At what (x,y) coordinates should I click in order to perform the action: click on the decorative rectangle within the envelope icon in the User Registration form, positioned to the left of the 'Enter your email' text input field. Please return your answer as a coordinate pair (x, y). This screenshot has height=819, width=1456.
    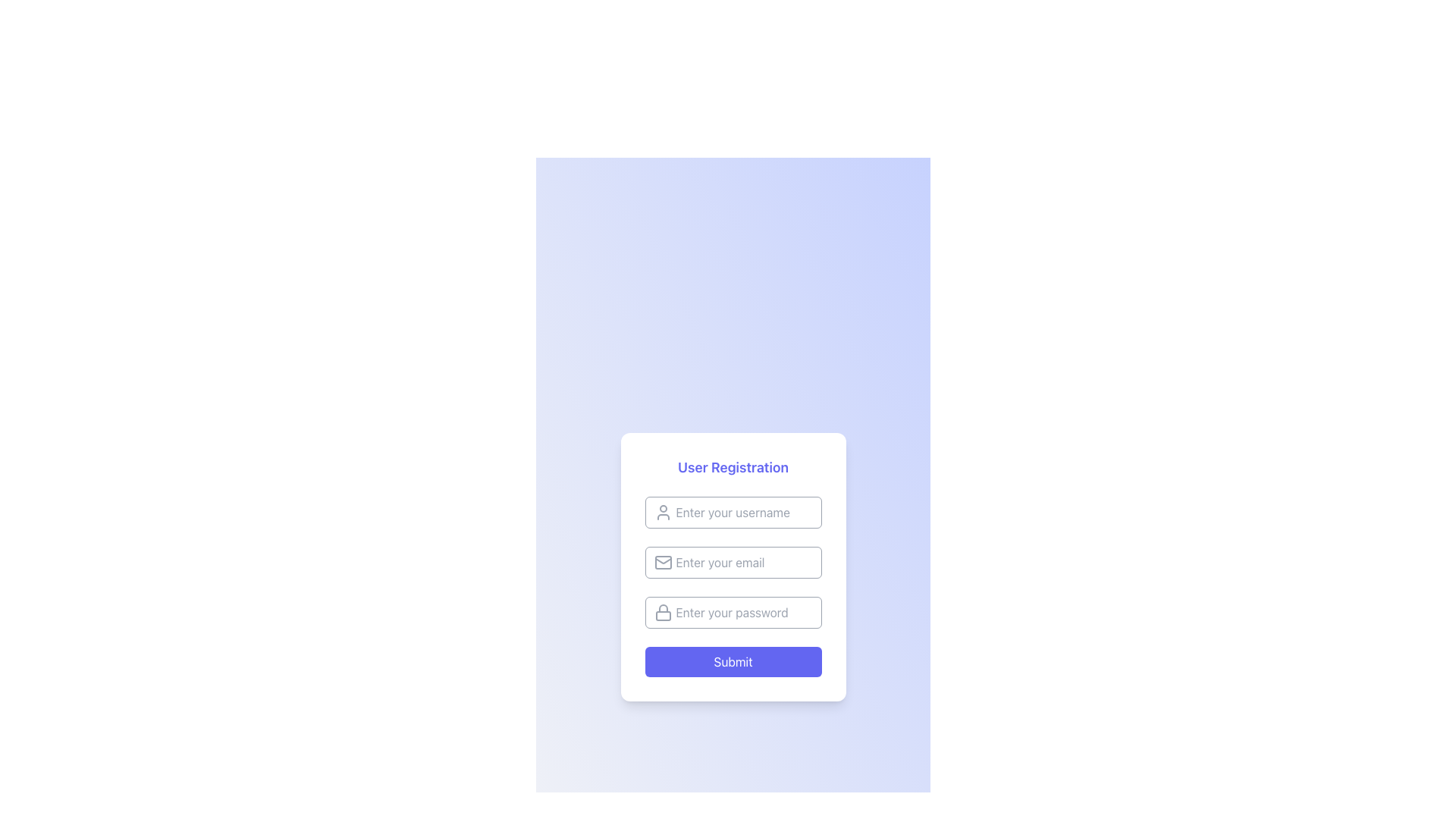
    Looking at the image, I should click on (663, 562).